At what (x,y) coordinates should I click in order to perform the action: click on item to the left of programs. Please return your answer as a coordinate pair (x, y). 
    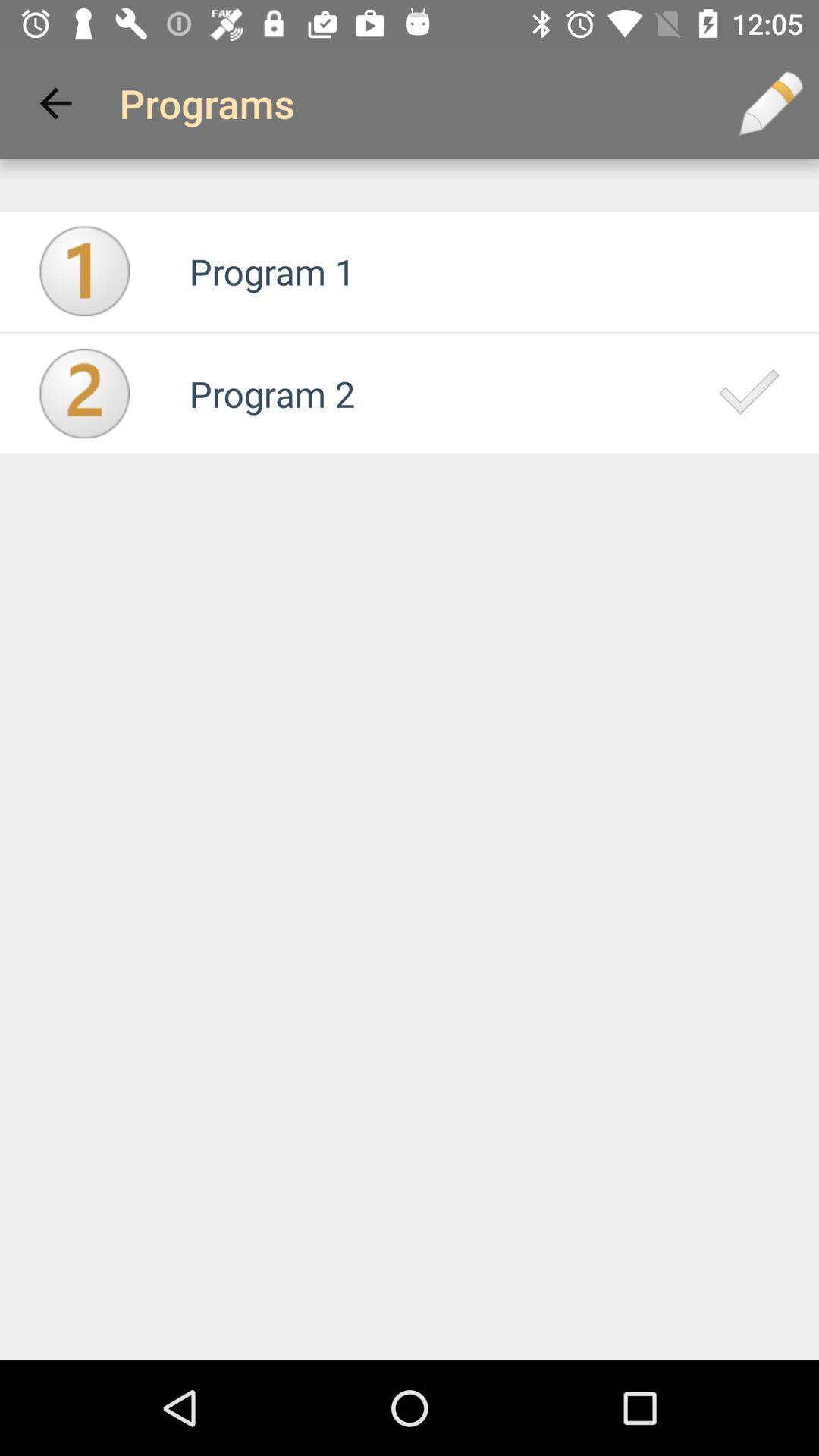
    Looking at the image, I should click on (55, 102).